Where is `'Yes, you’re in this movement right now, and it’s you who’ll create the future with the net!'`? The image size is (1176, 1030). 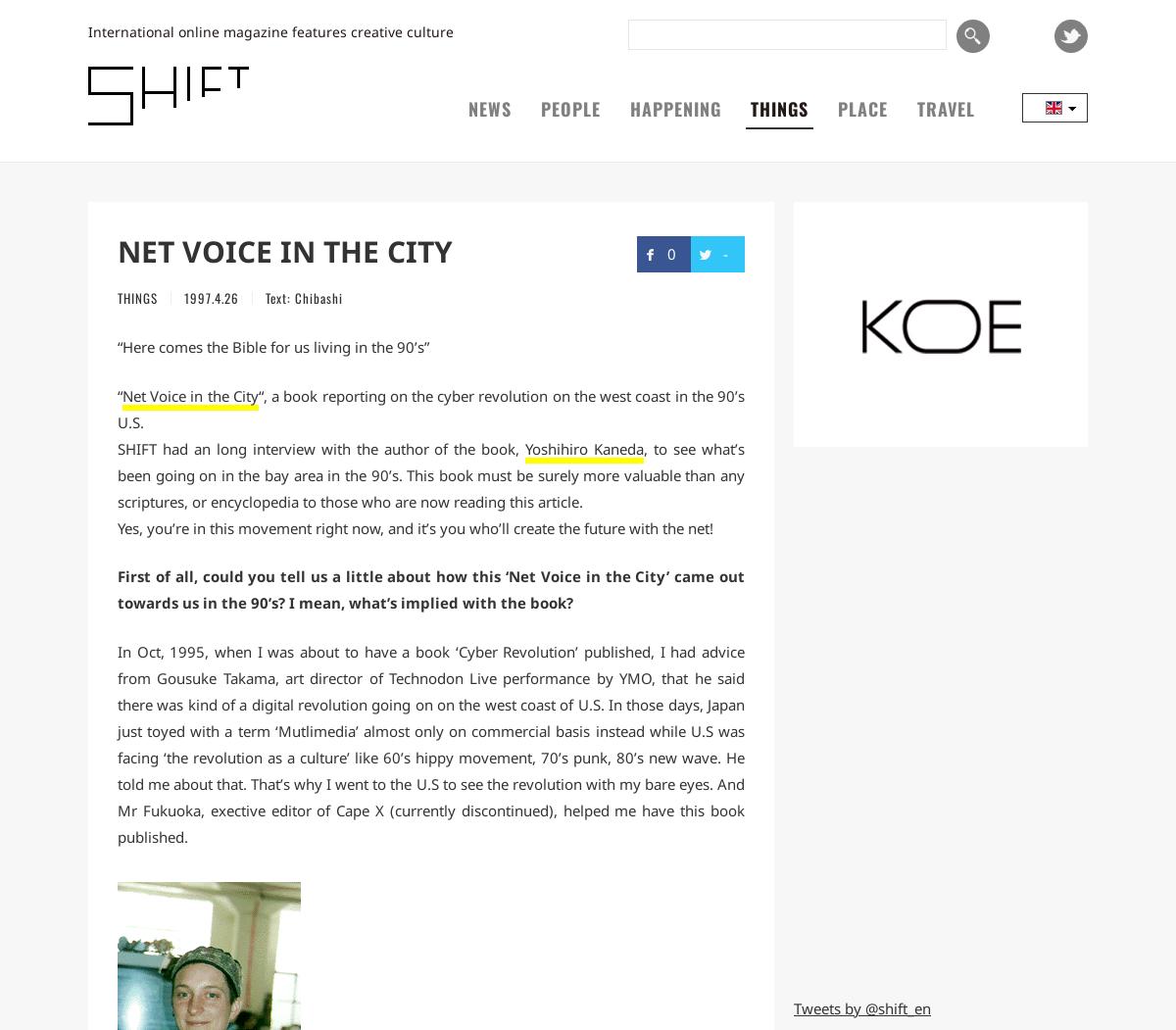
'Yes, you’re in this movement right now, and it’s you who’ll create the future with the net!' is located at coordinates (415, 526).